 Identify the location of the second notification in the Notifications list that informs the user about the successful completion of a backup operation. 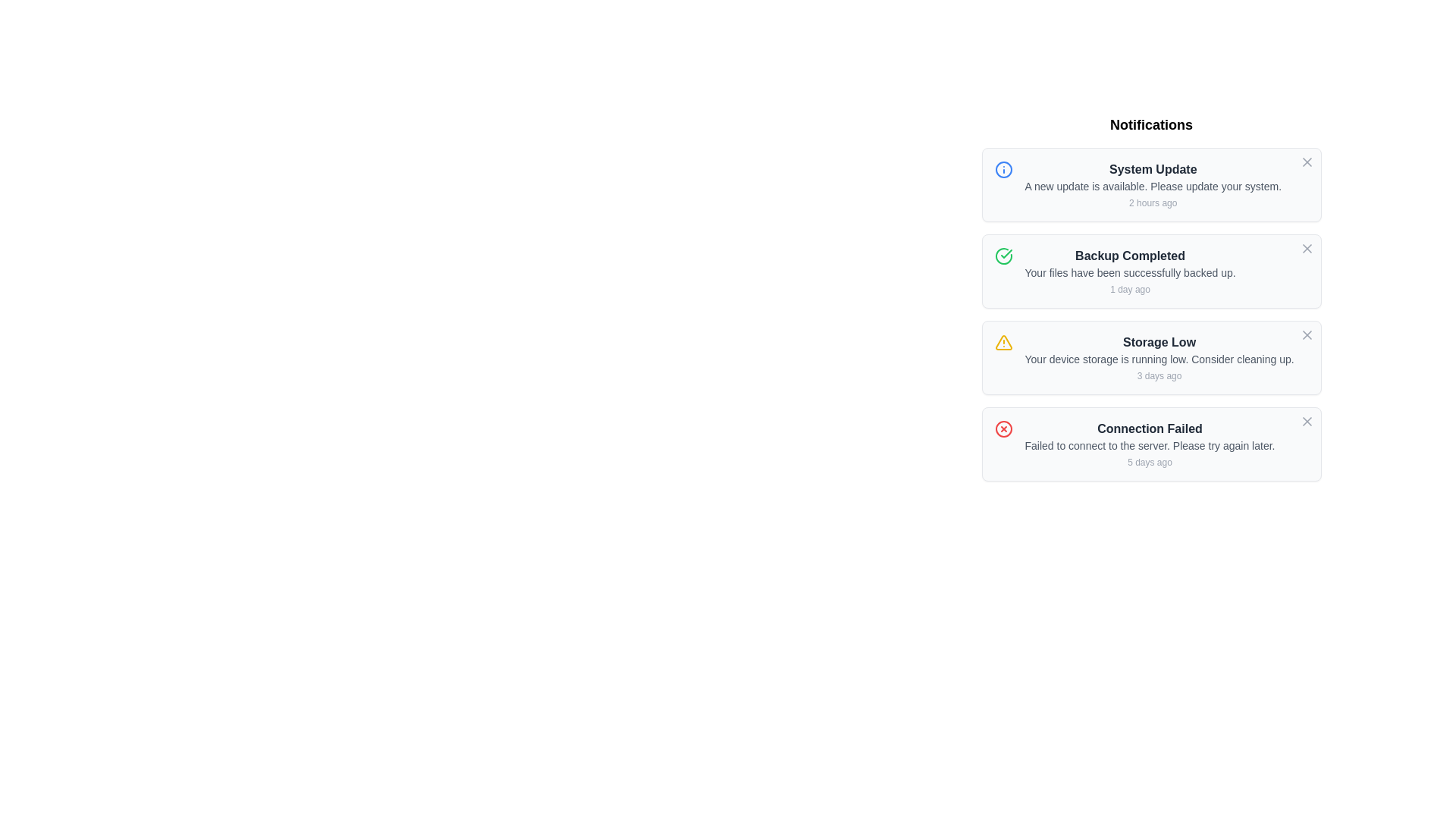
(1151, 298).